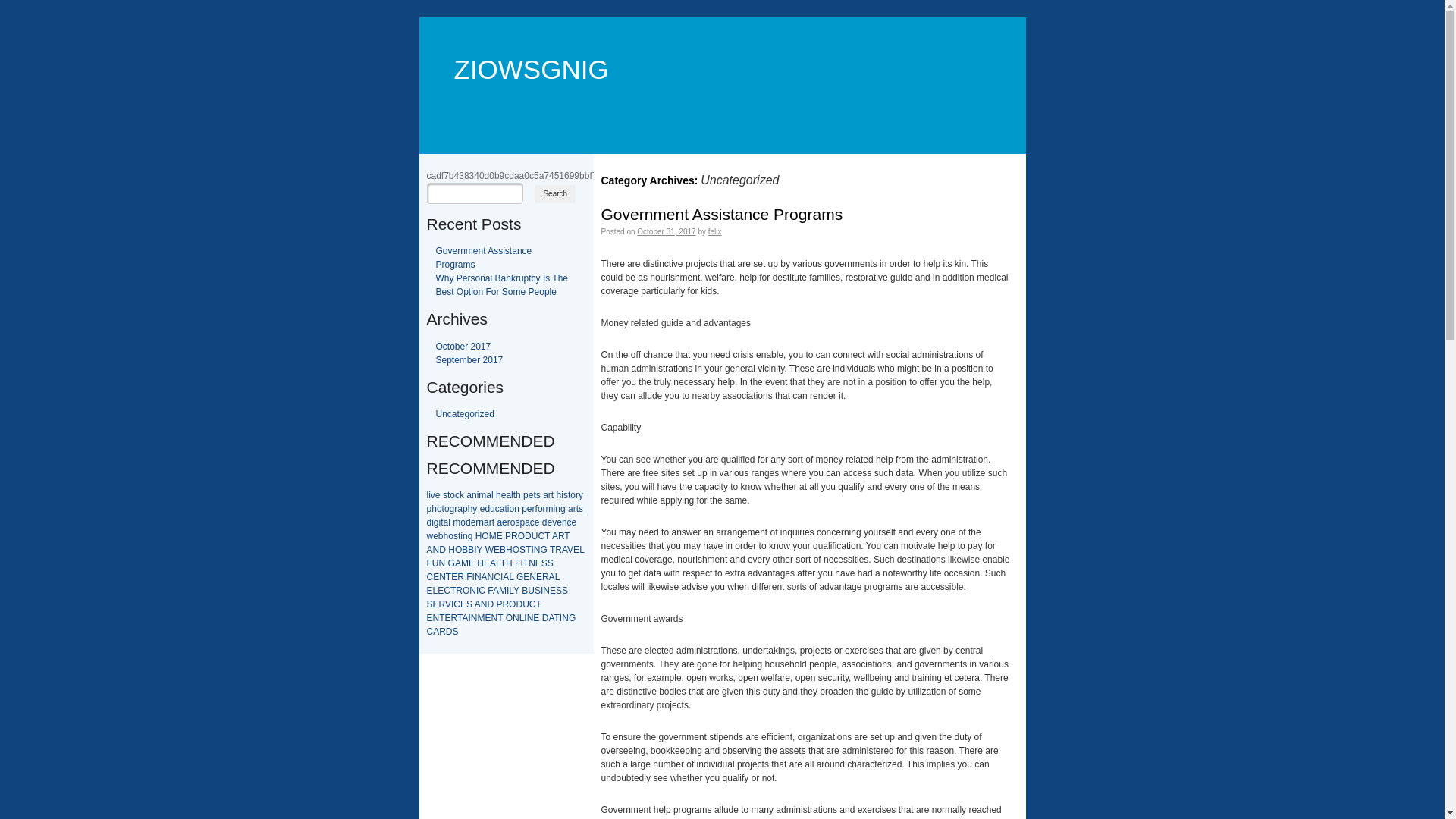 The width and height of the screenshot is (1456, 819). What do you see at coordinates (488, 617) in the screenshot?
I see `'E'` at bounding box center [488, 617].